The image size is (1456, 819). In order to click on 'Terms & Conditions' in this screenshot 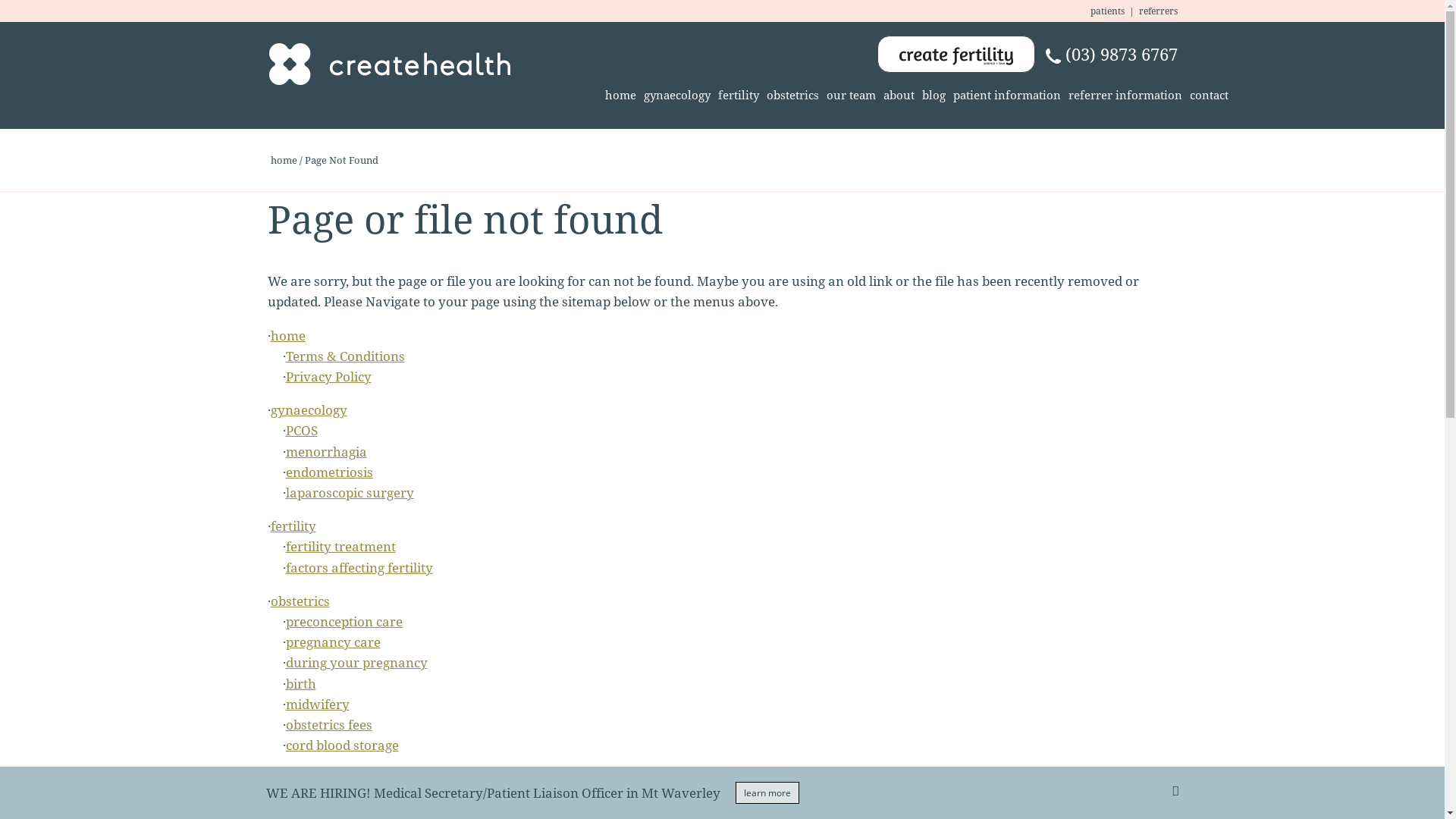, I will do `click(344, 356)`.